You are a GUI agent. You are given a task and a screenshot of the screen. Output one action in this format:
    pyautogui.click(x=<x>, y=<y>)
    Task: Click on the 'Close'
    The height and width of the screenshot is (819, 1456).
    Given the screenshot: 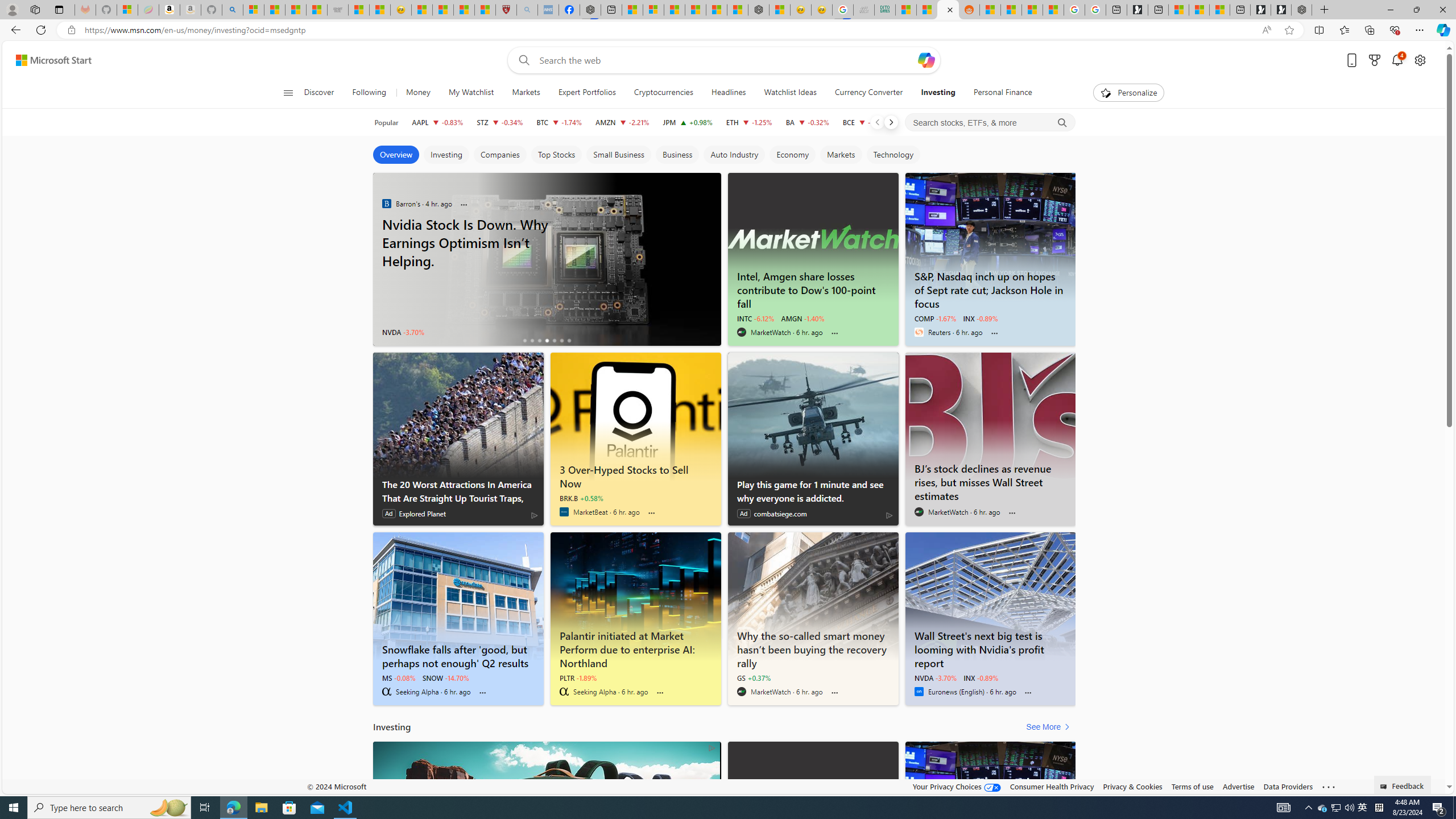 What is the action you would take?
    pyautogui.click(x=1442, y=9)
    